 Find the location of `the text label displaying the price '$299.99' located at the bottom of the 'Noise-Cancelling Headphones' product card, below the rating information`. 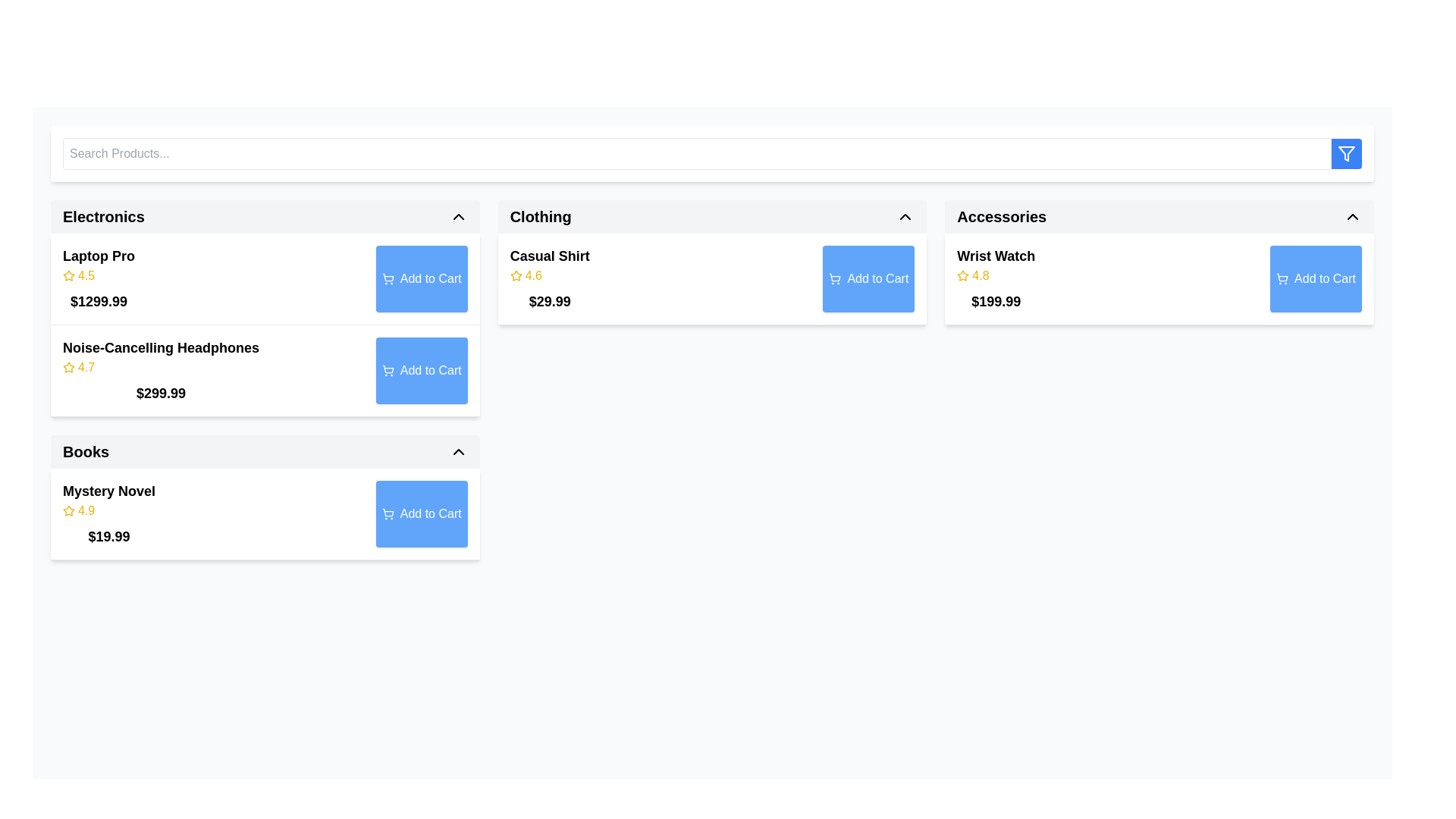

the text label displaying the price '$299.99' located at the bottom of the 'Noise-Cancelling Headphones' product card, below the rating information is located at coordinates (161, 393).